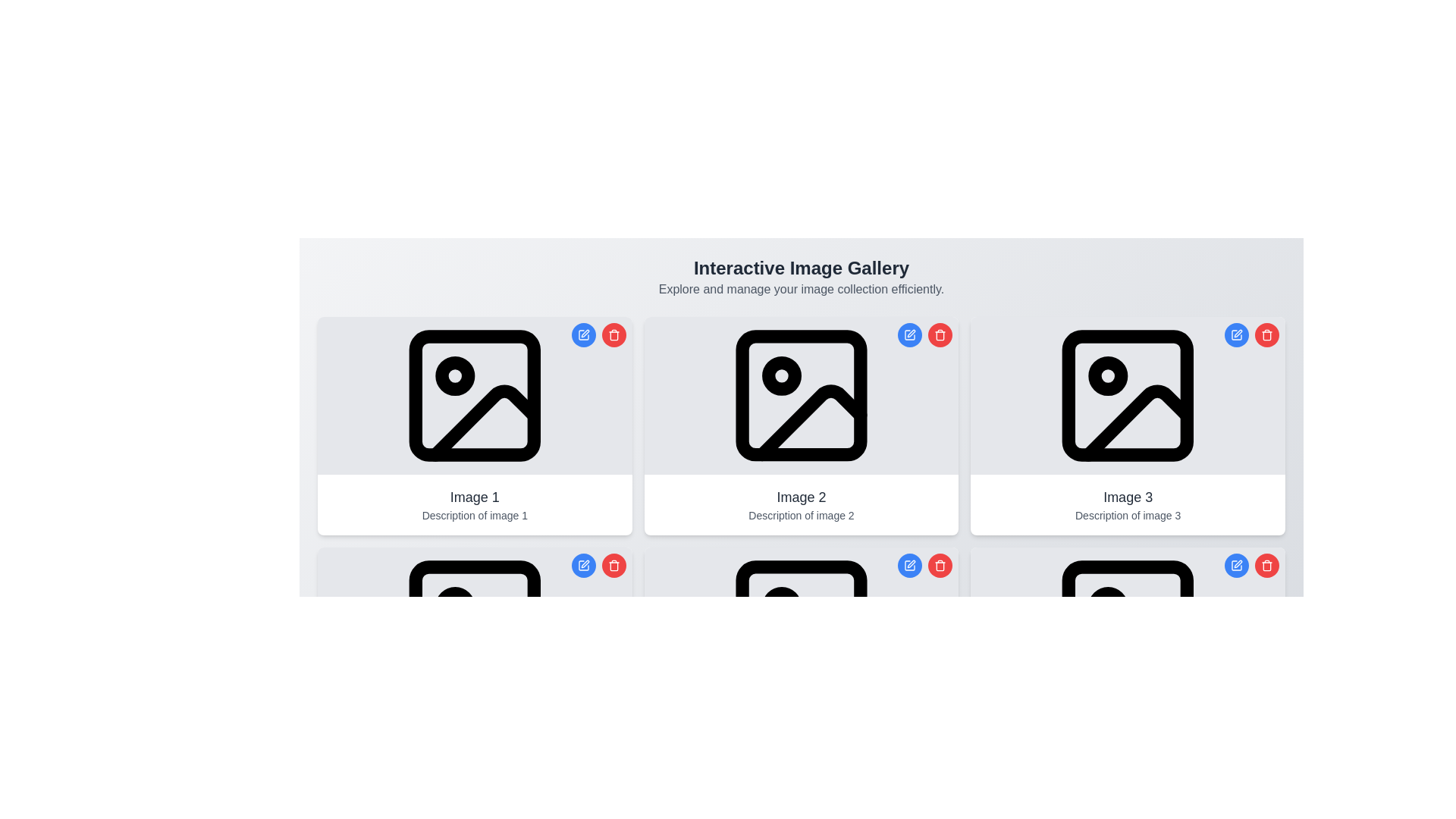 The width and height of the screenshot is (1456, 819). I want to click on the icon in the top-right corner of the 'Image 3' card to initiate an action, such as opening an editing interface, so click(1238, 332).